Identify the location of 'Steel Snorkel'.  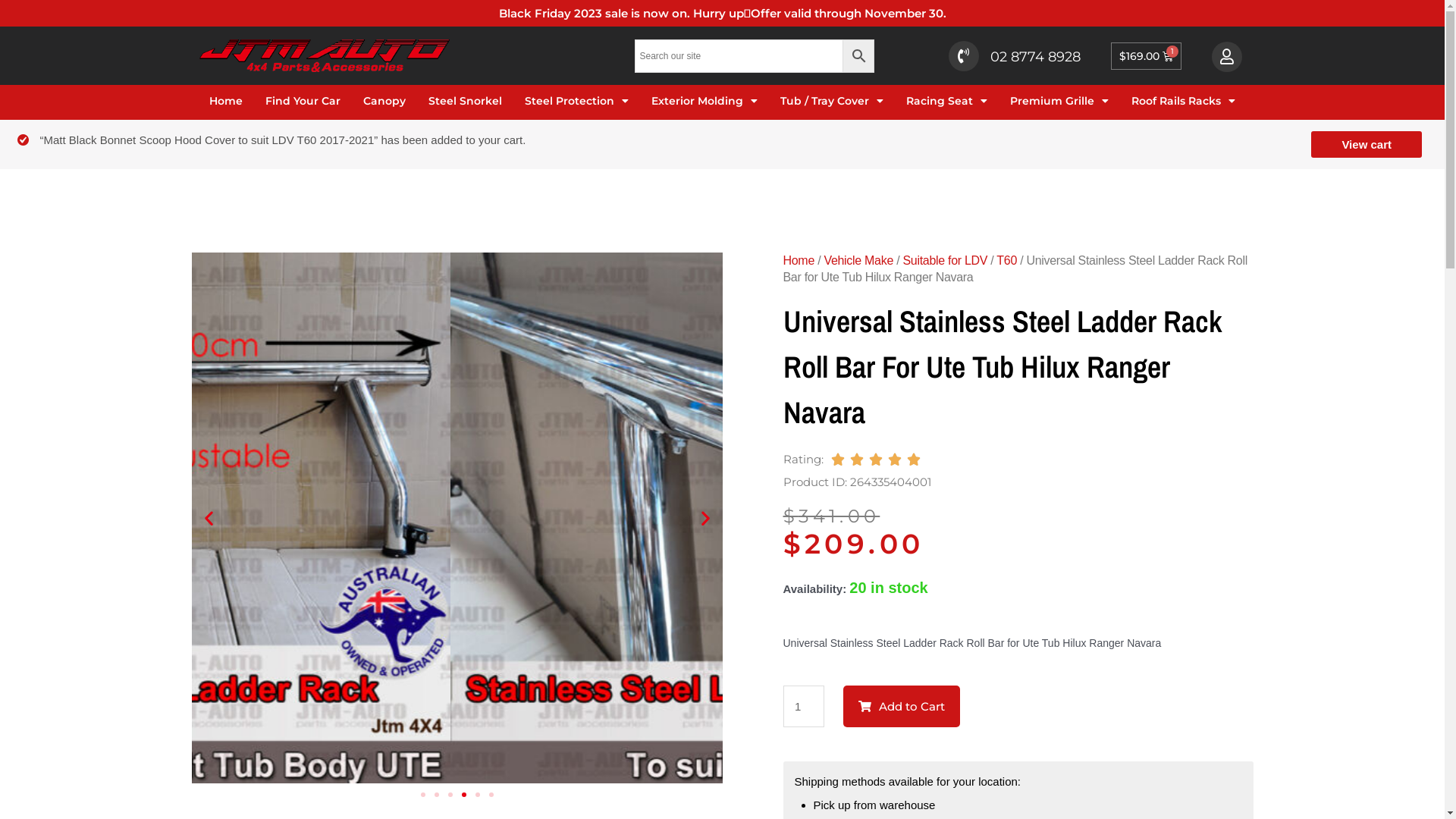
(464, 101).